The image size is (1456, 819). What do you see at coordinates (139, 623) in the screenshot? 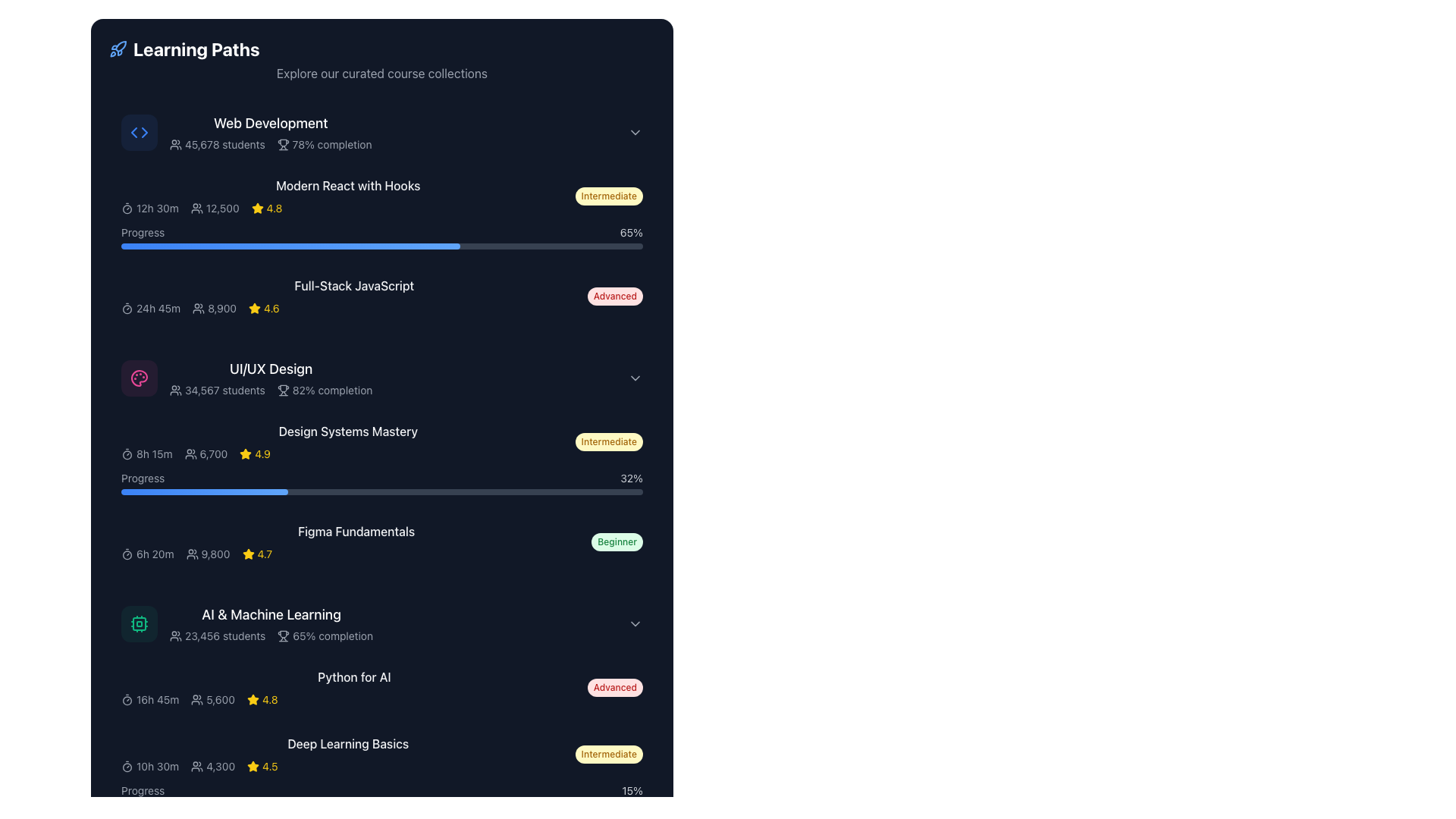
I see `the square-shaped icon featuring a stylized depiction of a computer chip, which is located to the left of the 'AI & Machine Learning' title text block` at bounding box center [139, 623].